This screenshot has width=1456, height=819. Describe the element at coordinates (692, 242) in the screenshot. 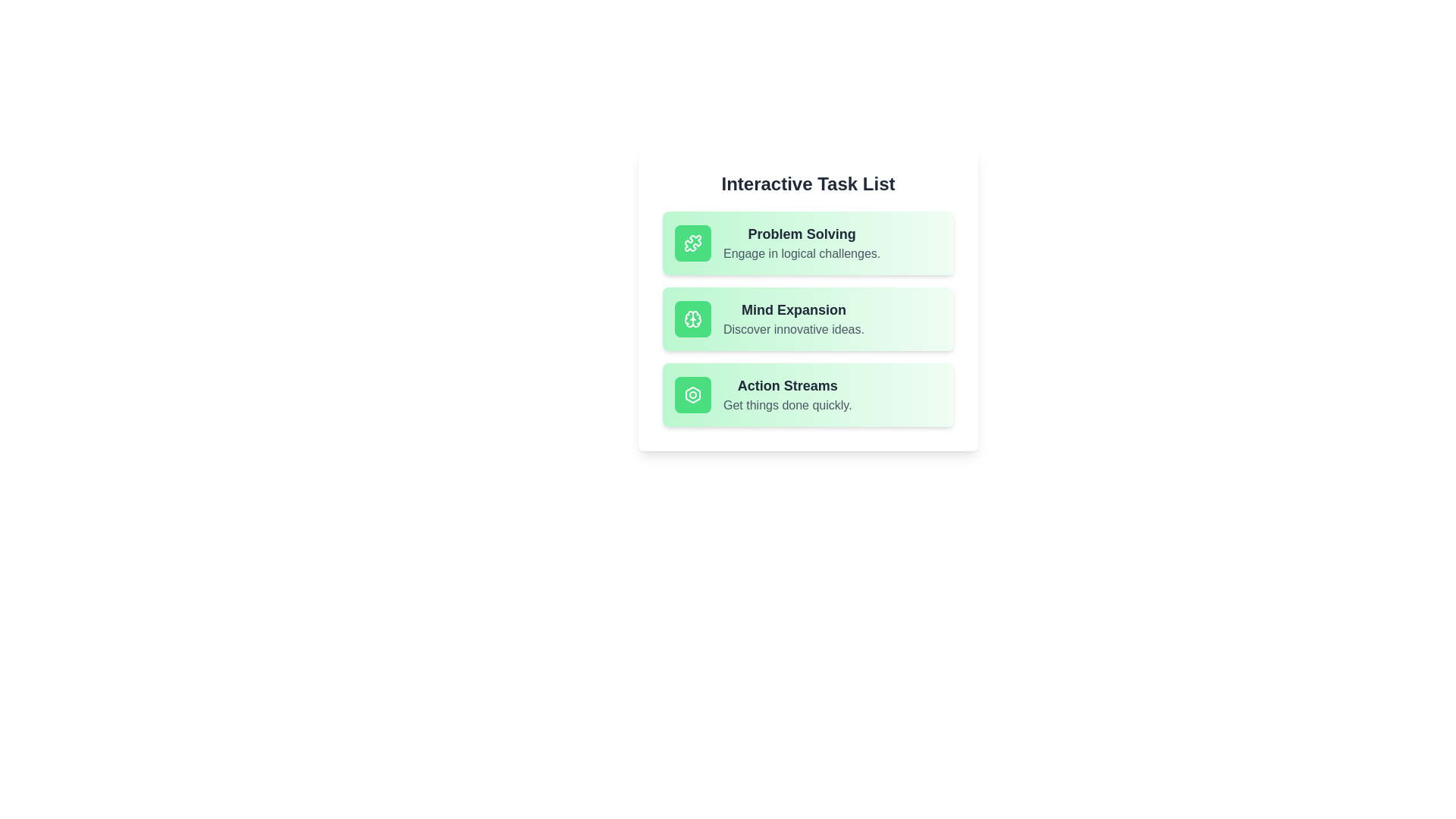

I see `the icon associated with the Problem Solving item` at that location.